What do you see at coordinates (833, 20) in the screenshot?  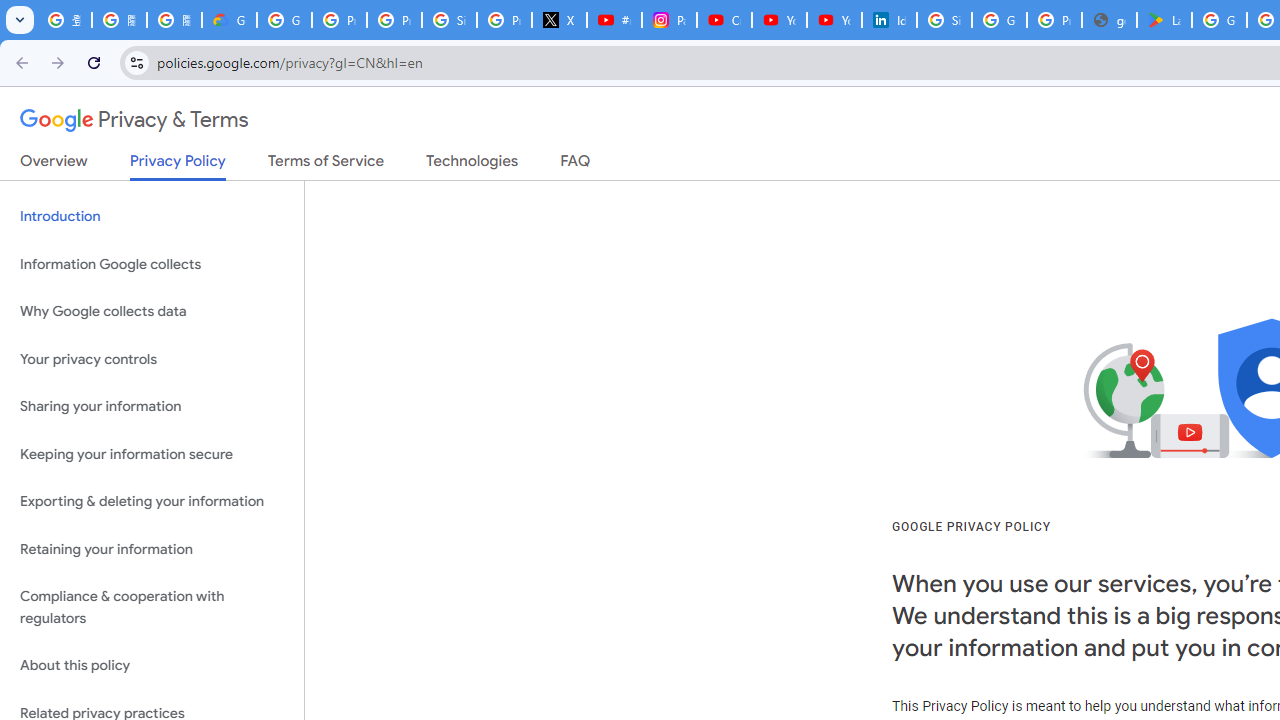 I see `'YouTube Culture & Trends - YouTube Top 10, 2021'` at bounding box center [833, 20].